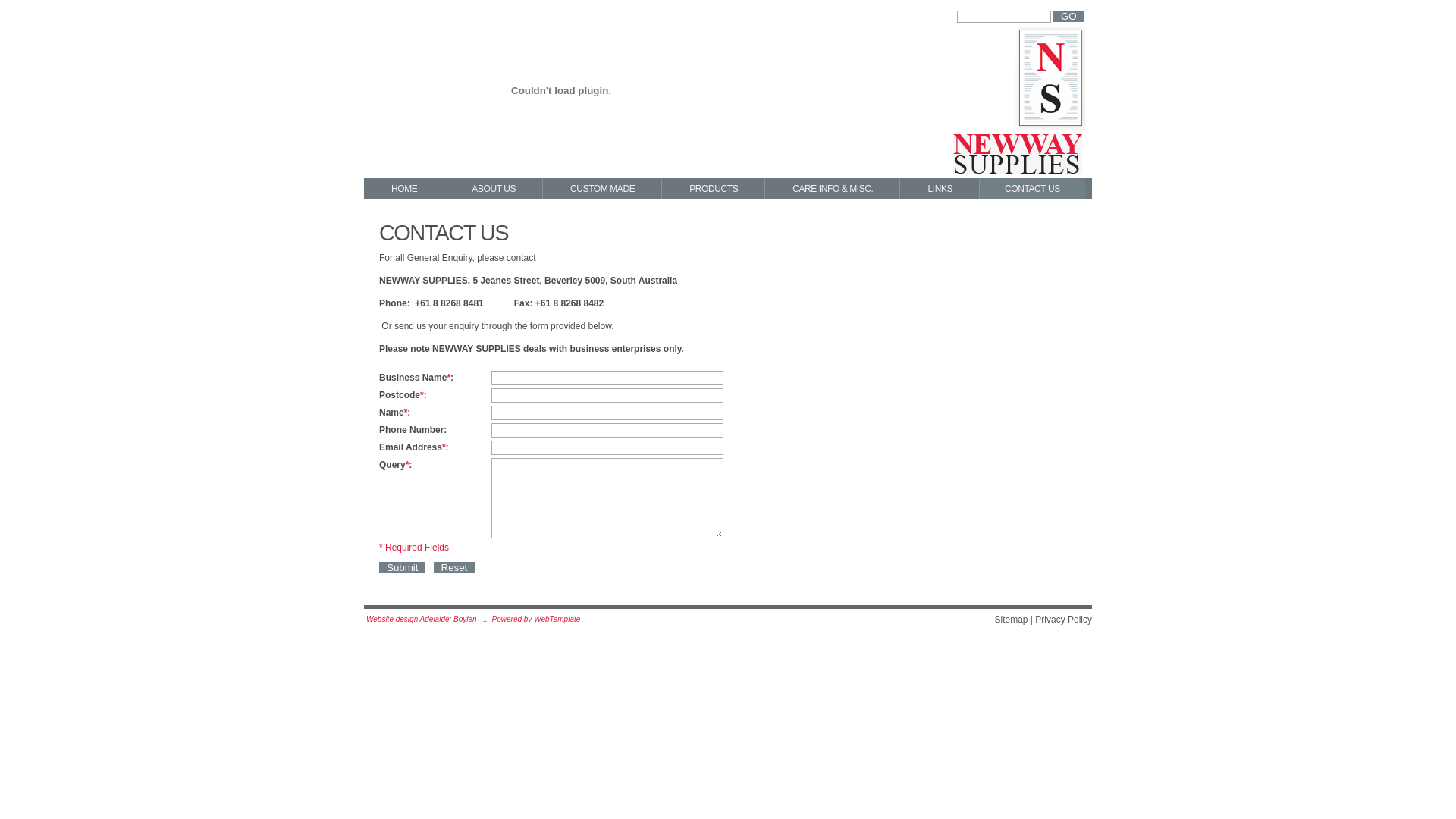 The width and height of the screenshot is (1456, 819). I want to click on 'Powered by WebTemplate', so click(491, 619).